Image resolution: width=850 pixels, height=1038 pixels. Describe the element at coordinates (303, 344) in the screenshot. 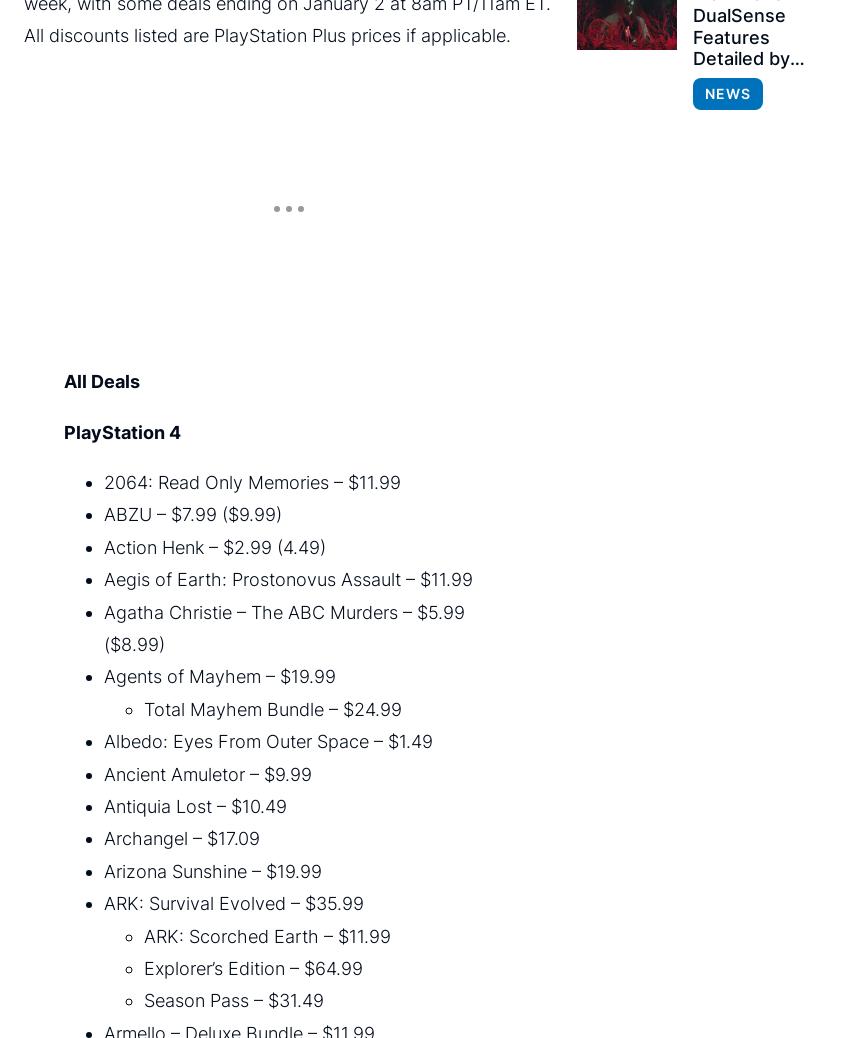

I see `'The Walking Dead: The Complete First Season – $4.99'` at that location.